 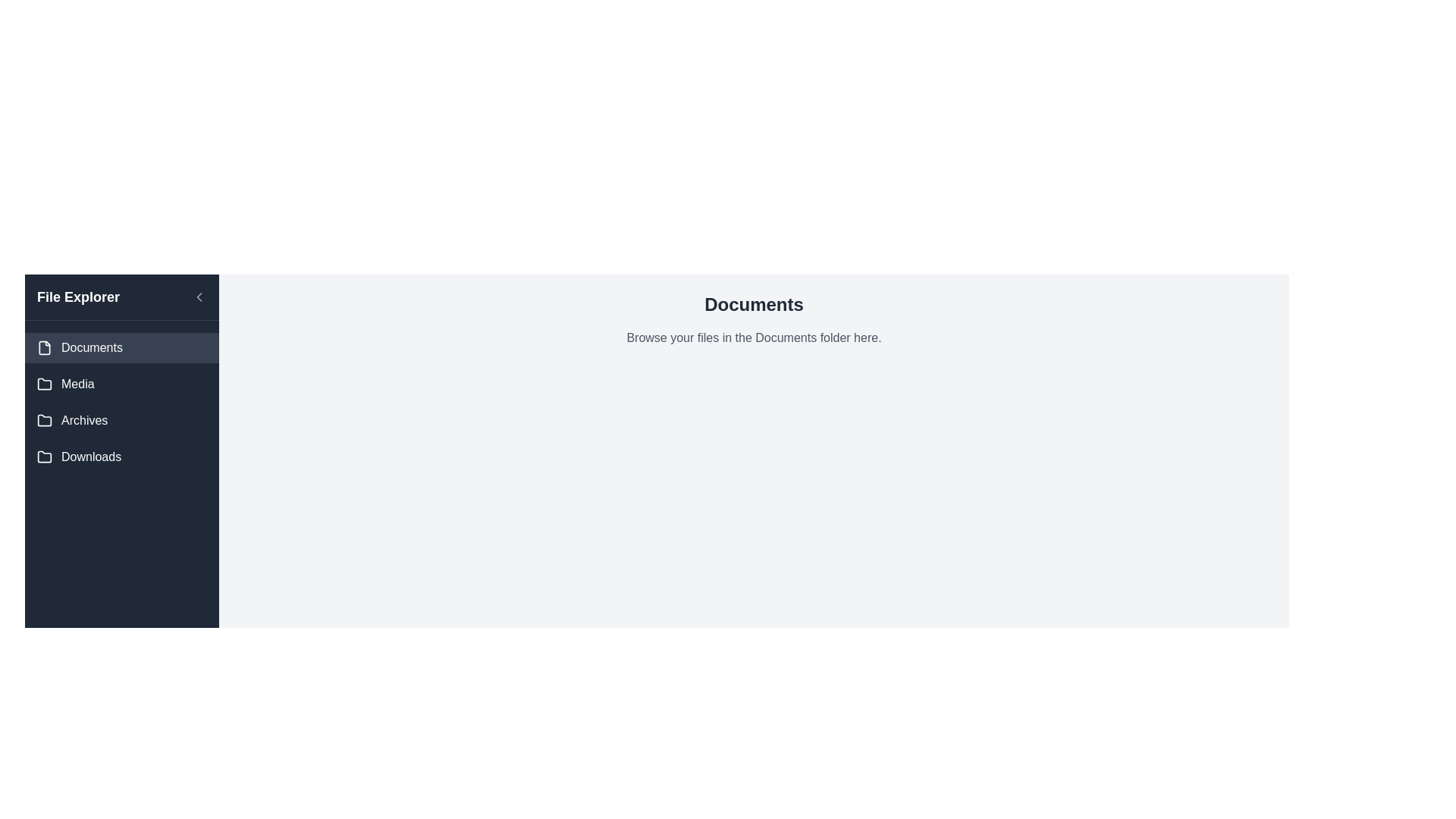 I want to click on the 'Media' button, which is the second entry in the vertical sidebar menu, positioned below 'Documents' and above 'Archives', so click(x=122, y=383).